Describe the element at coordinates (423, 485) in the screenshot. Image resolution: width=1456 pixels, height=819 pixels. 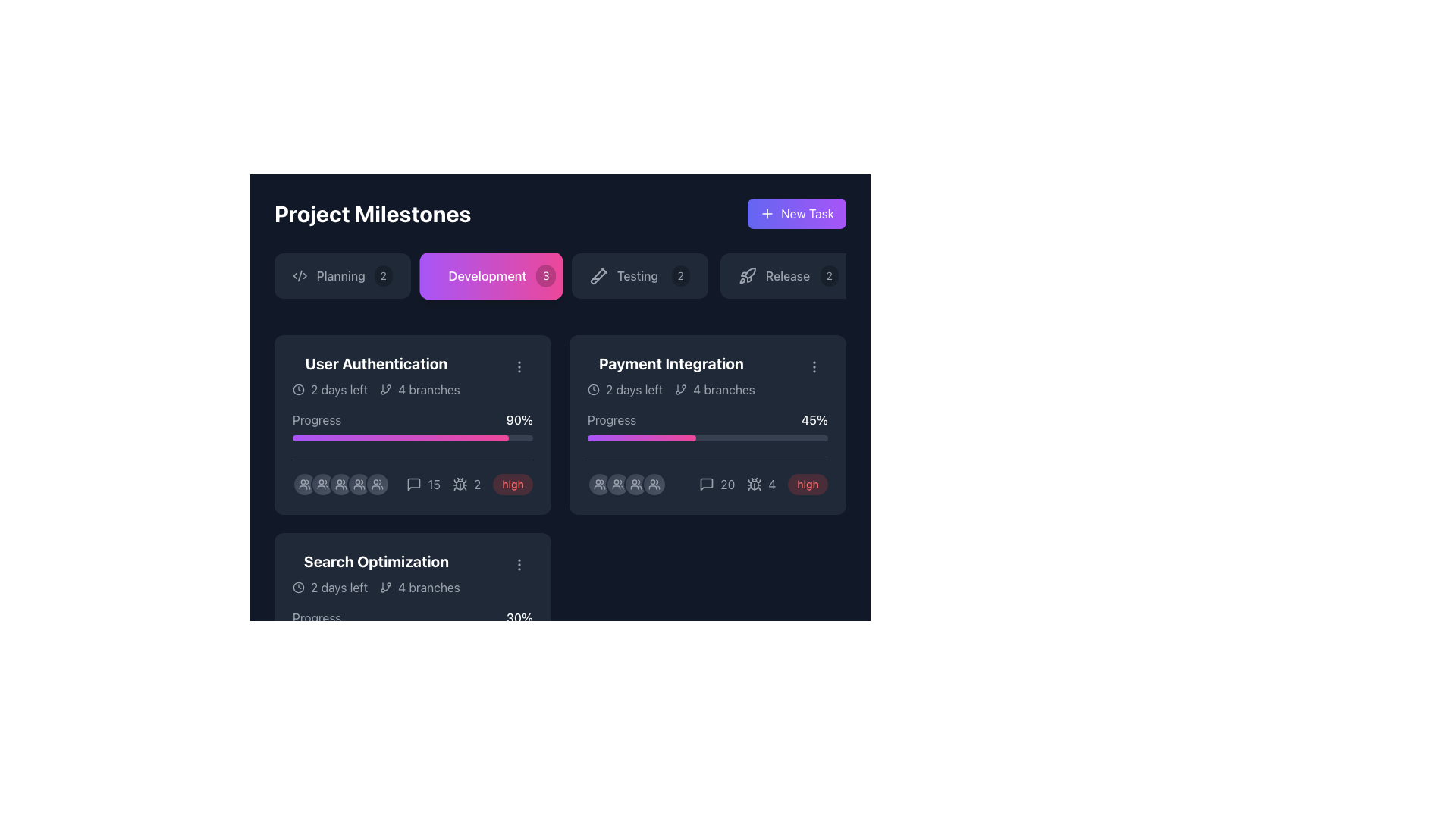
I see `the numeric label displaying '15' styled with a gray font color, which is adjacent to a speech bubble icon indicating it is associated with comments or messages` at that location.